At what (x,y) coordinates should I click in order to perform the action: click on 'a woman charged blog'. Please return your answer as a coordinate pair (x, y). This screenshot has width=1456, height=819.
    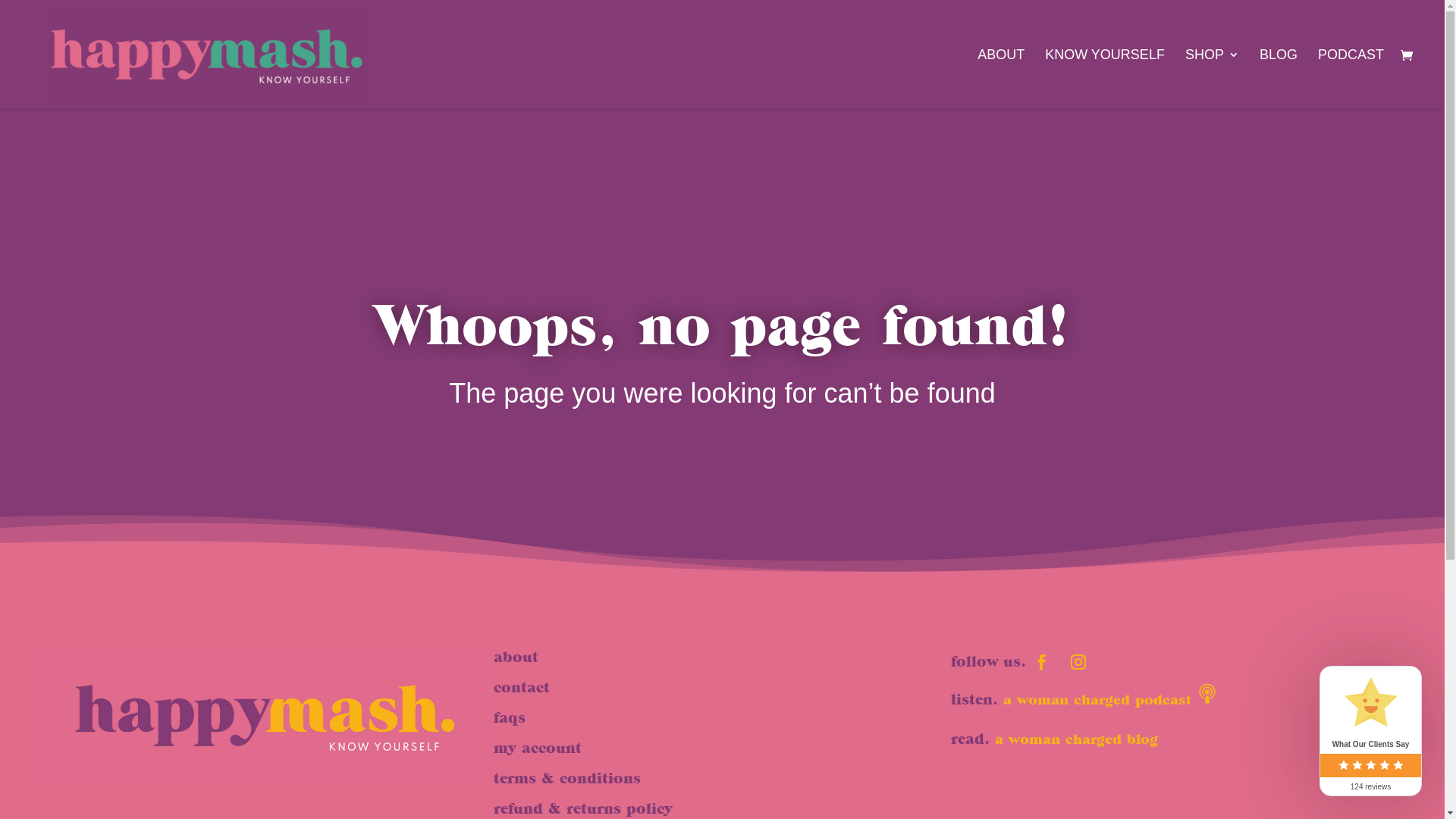
    Looking at the image, I should click on (1075, 738).